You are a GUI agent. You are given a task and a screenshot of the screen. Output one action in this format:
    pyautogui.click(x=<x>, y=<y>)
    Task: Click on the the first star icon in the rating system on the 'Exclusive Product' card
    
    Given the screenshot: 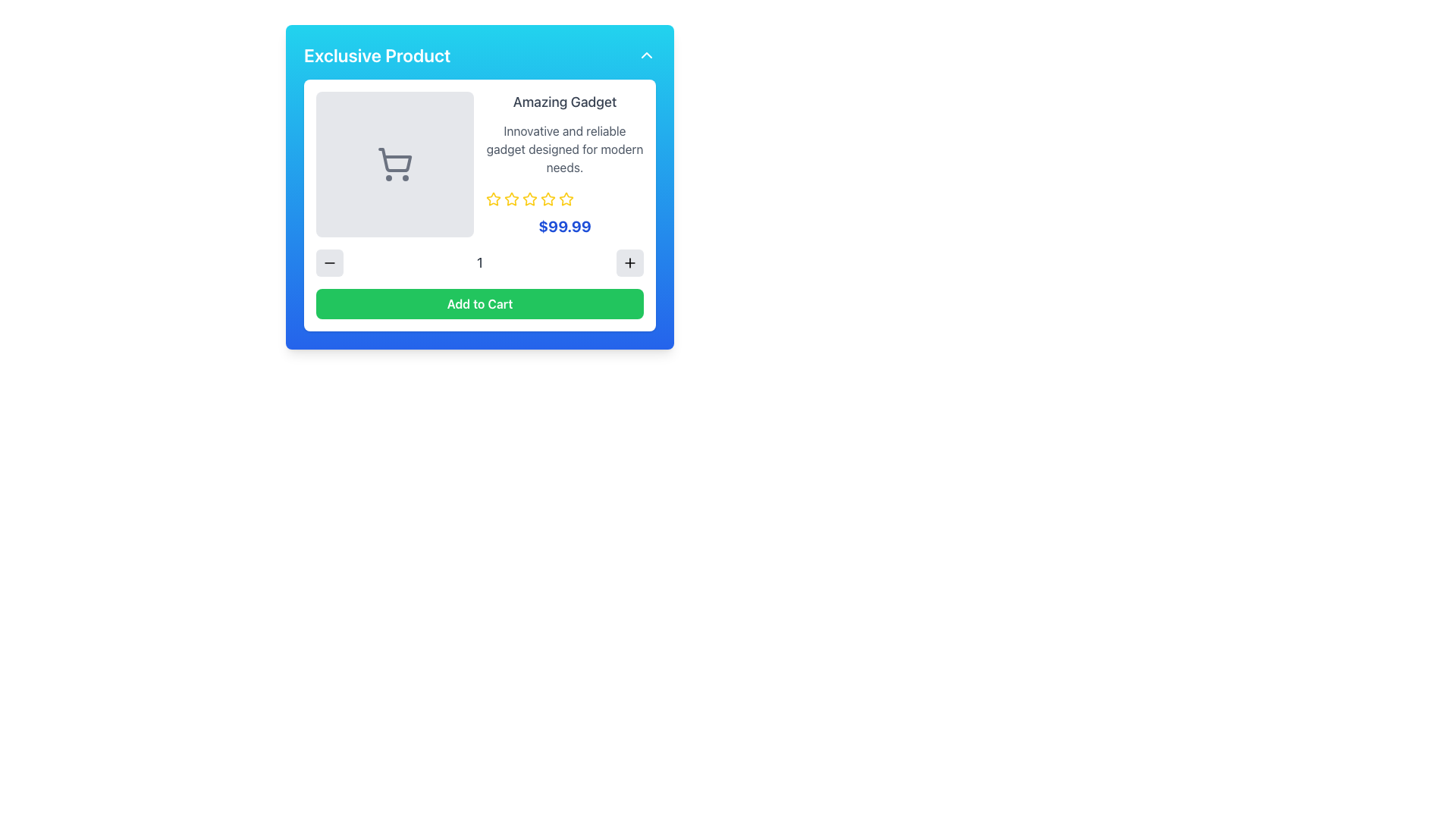 What is the action you would take?
    pyautogui.click(x=494, y=198)
    